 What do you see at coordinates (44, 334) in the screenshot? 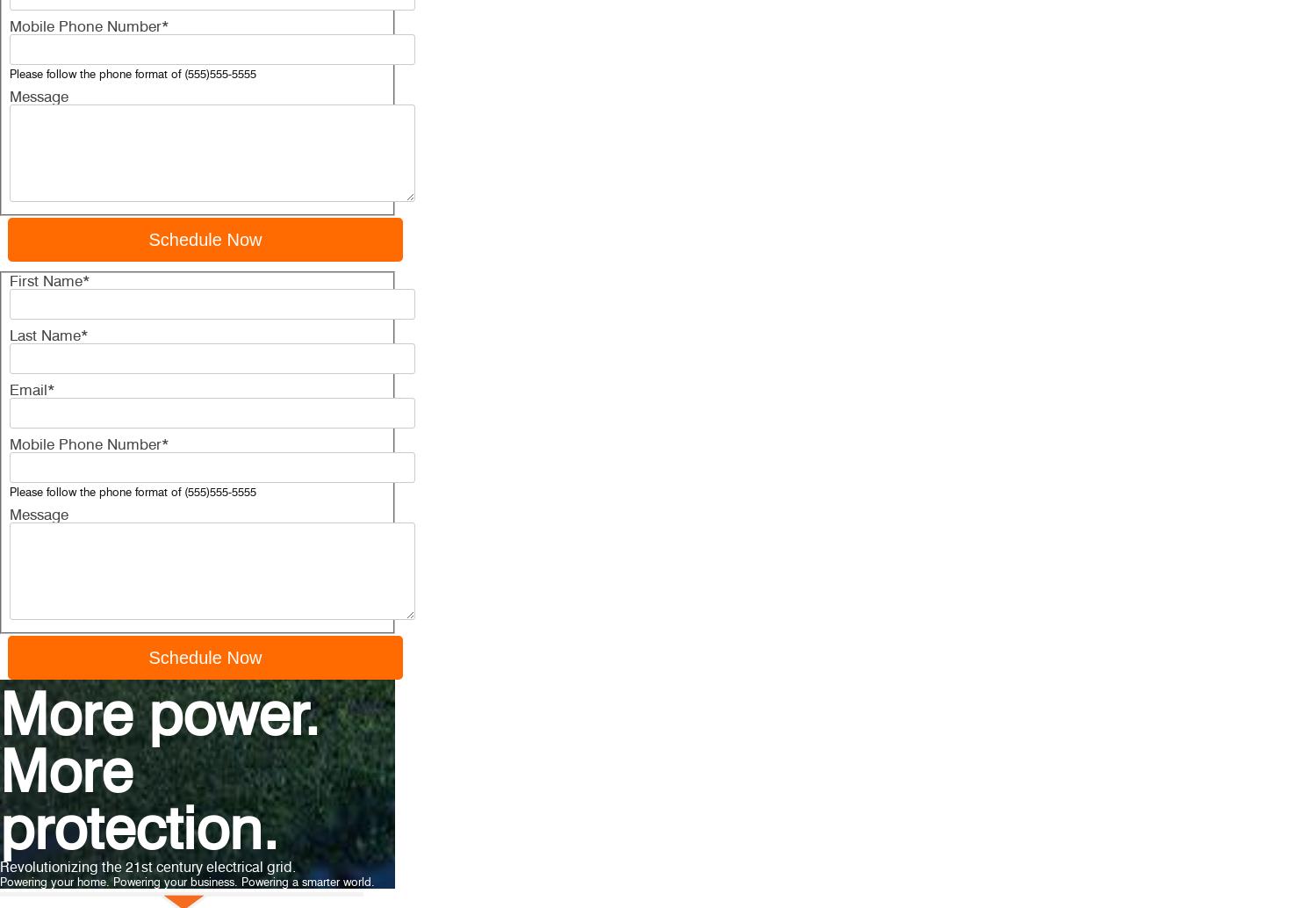
I see `'Last Name'` at bounding box center [44, 334].